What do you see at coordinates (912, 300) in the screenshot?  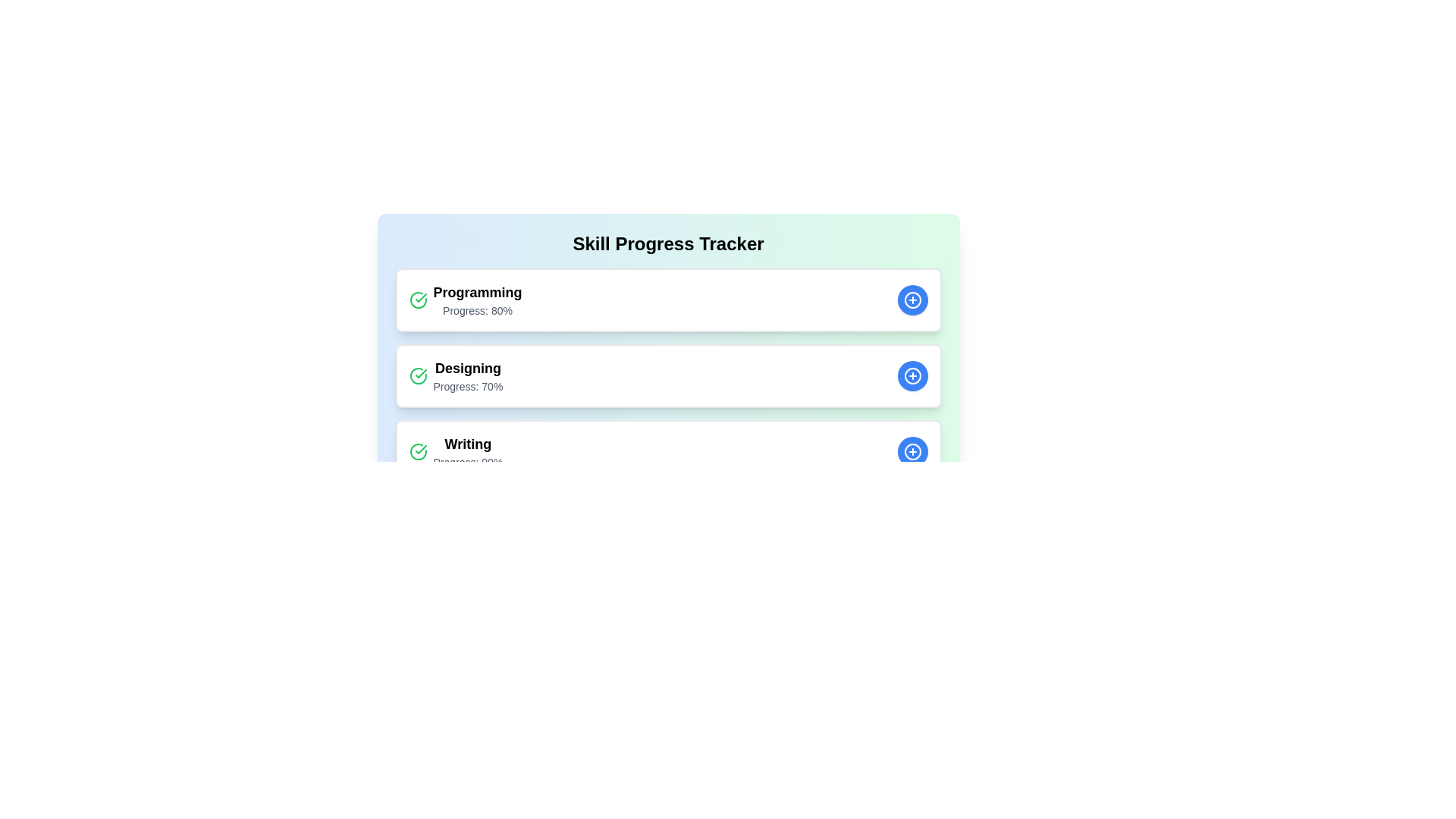 I see `increment button for the skill Programming` at bounding box center [912, 300].